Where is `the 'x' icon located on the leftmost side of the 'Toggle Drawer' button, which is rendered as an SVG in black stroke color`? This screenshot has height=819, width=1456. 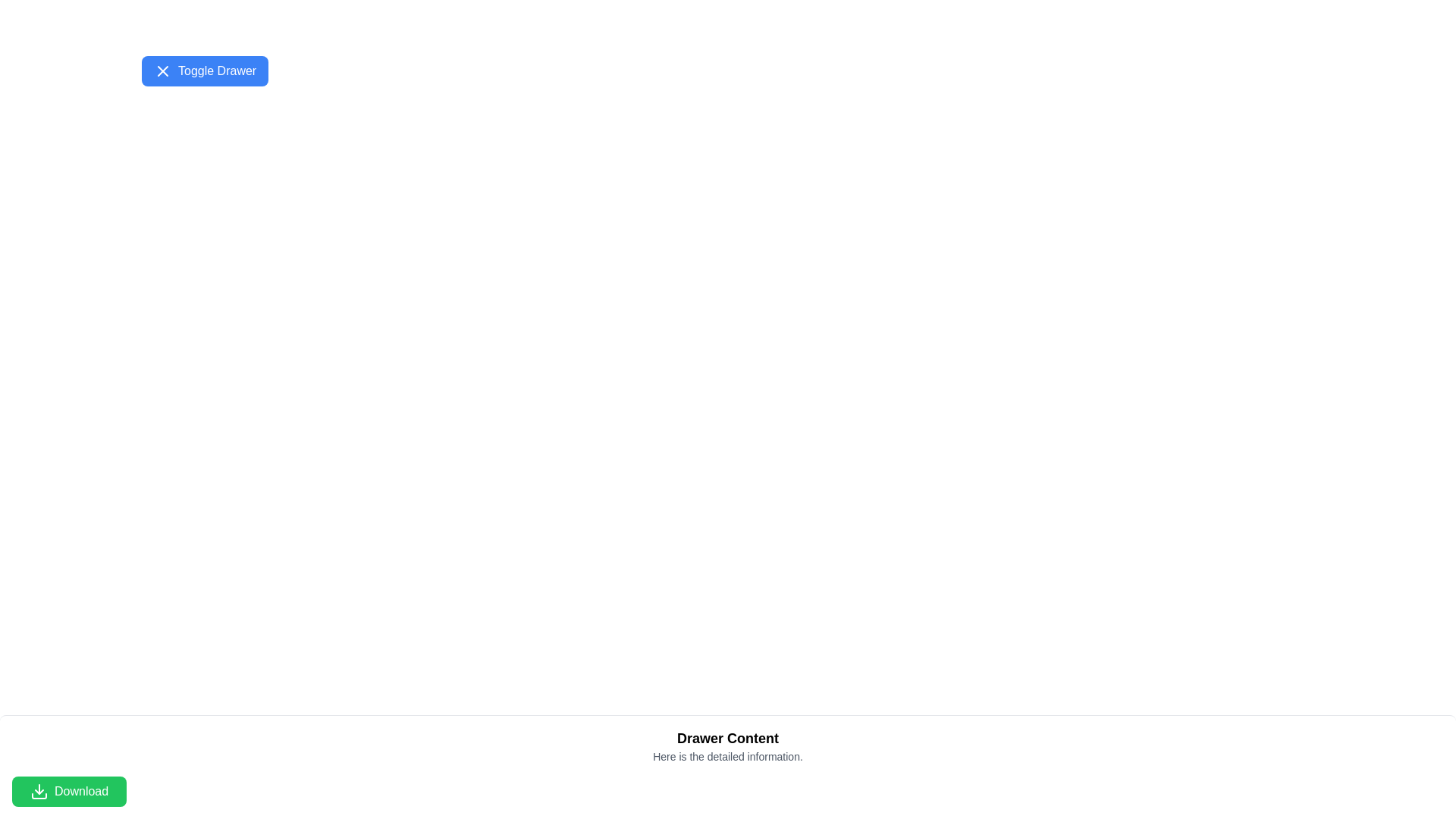
the 'x' icon located on the leftmost side of the 'Toggle Drawer' button, which is rendered as an SVG in black stroke color is located at coordinates (163, 71).